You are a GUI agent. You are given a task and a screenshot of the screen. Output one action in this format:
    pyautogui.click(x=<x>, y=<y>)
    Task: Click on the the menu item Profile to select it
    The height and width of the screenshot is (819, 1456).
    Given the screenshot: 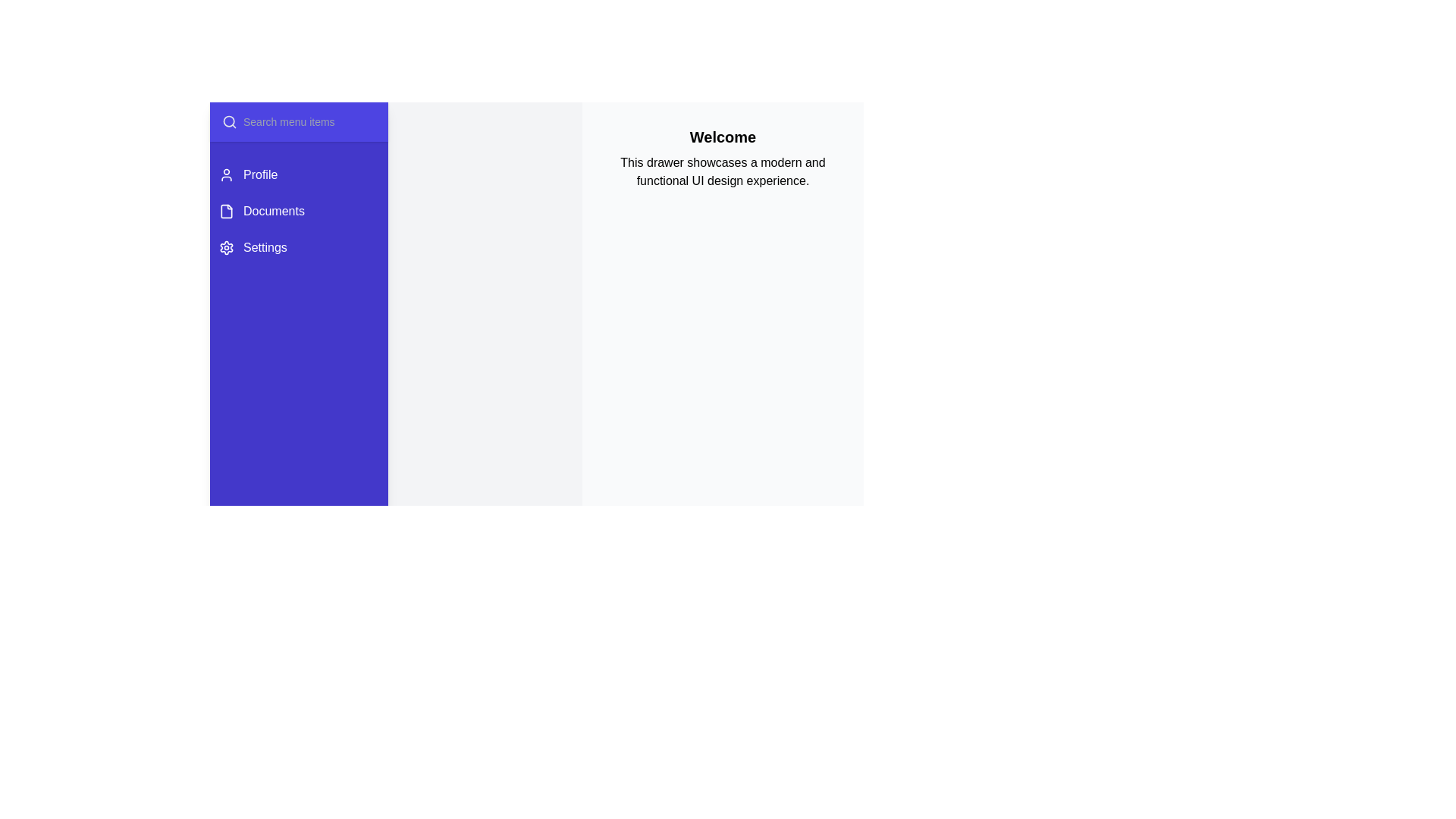 What is the action you would take?
    pyautogui.click(x=299, y=174)
    